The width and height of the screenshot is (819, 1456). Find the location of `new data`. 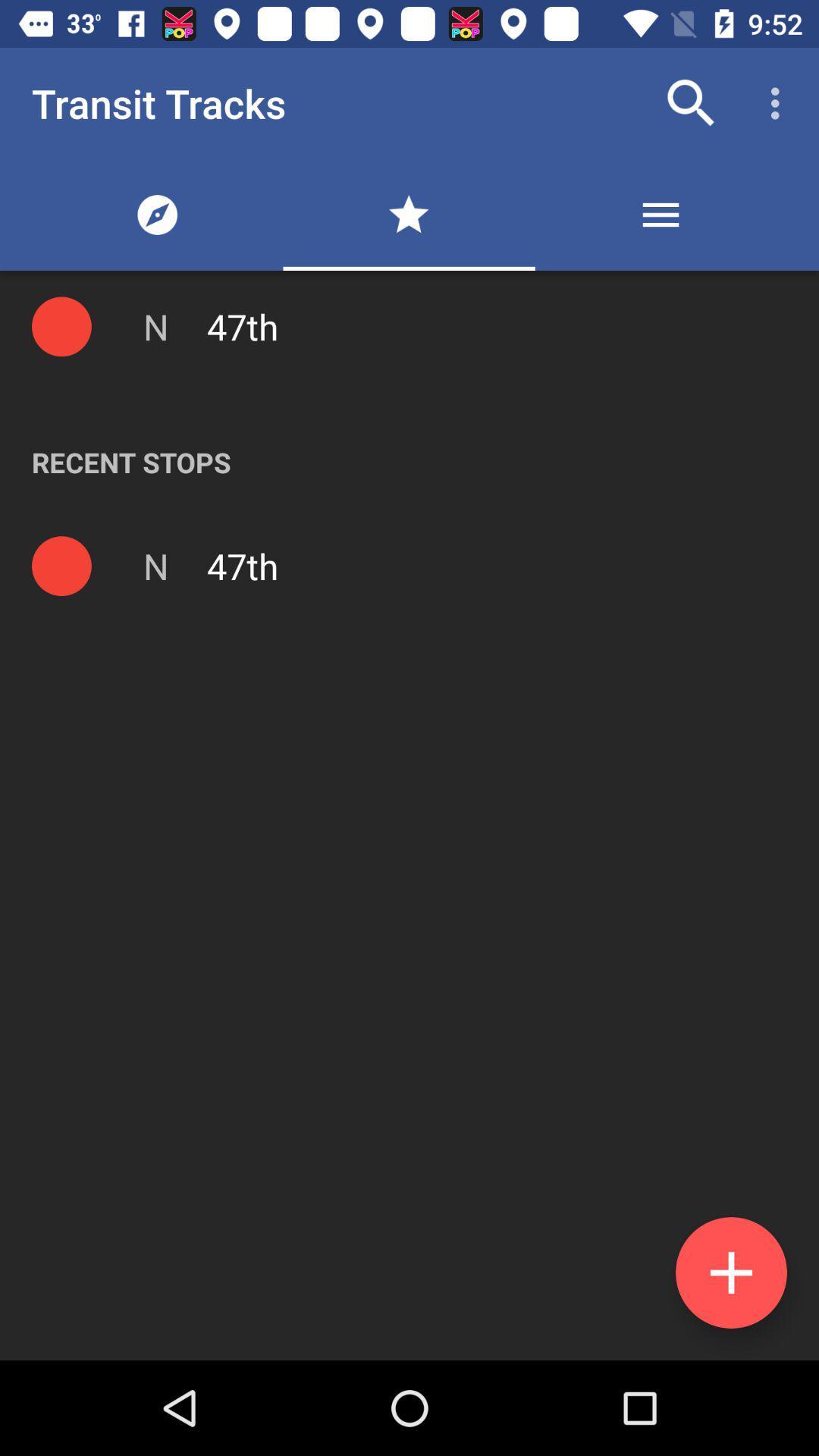

new data is located at coordinates (730, 1272).